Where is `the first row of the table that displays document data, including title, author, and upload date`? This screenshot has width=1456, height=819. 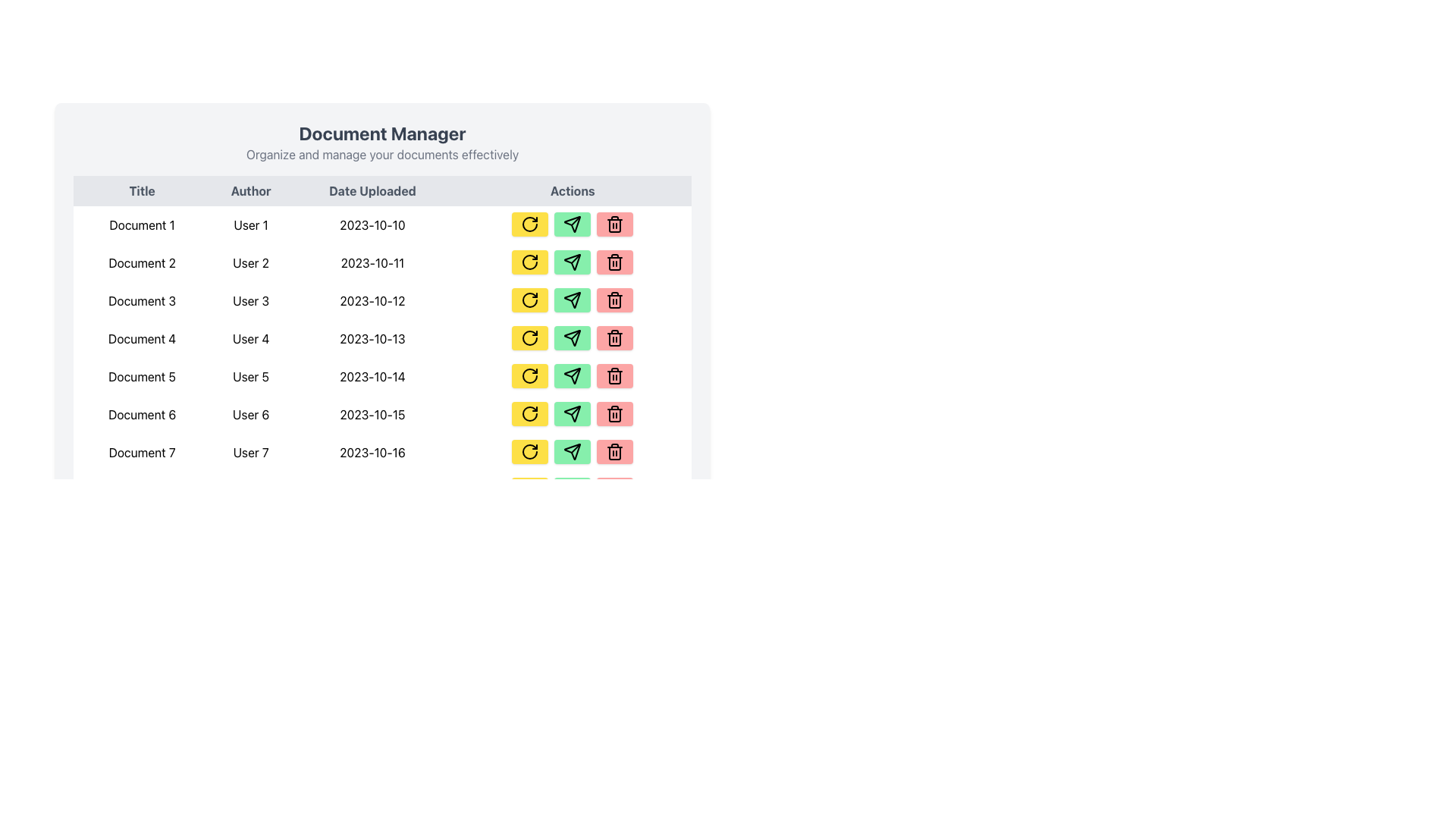
the first row of the table that displays document data, including title, author, and upload date is located at coordinates (382, 225).